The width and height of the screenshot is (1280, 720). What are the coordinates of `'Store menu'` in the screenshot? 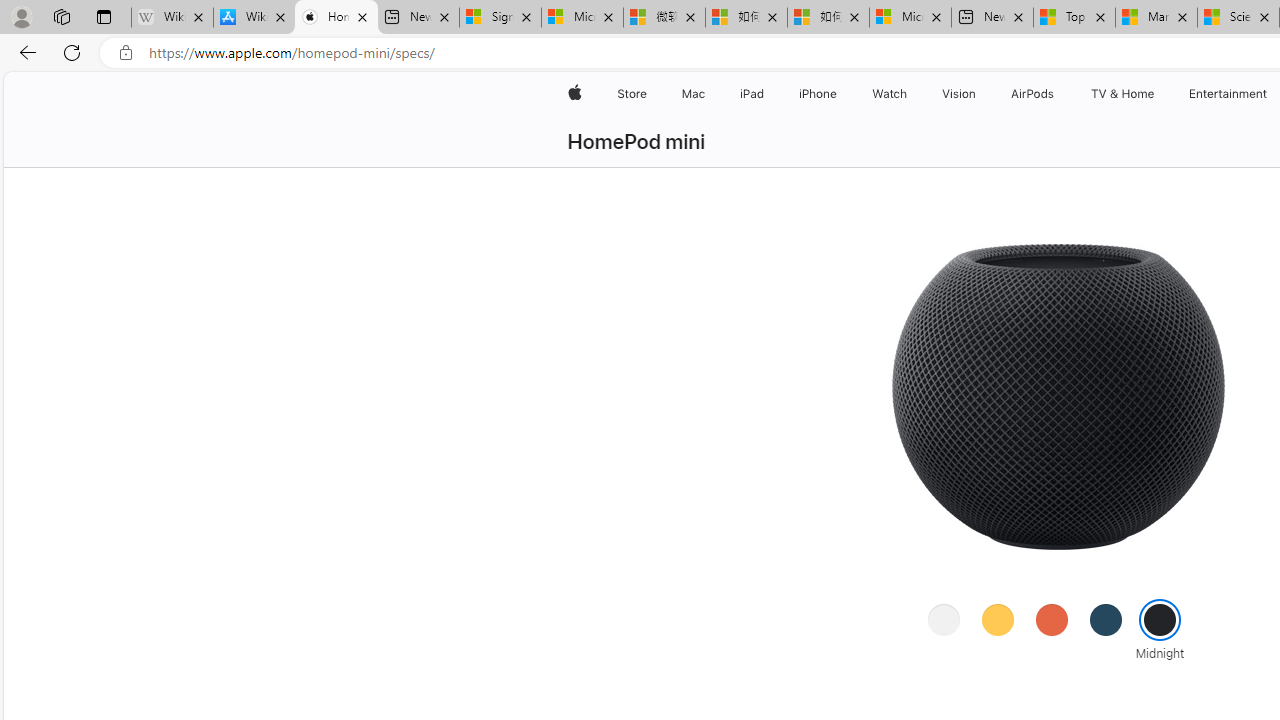 It's located at (650, 93).